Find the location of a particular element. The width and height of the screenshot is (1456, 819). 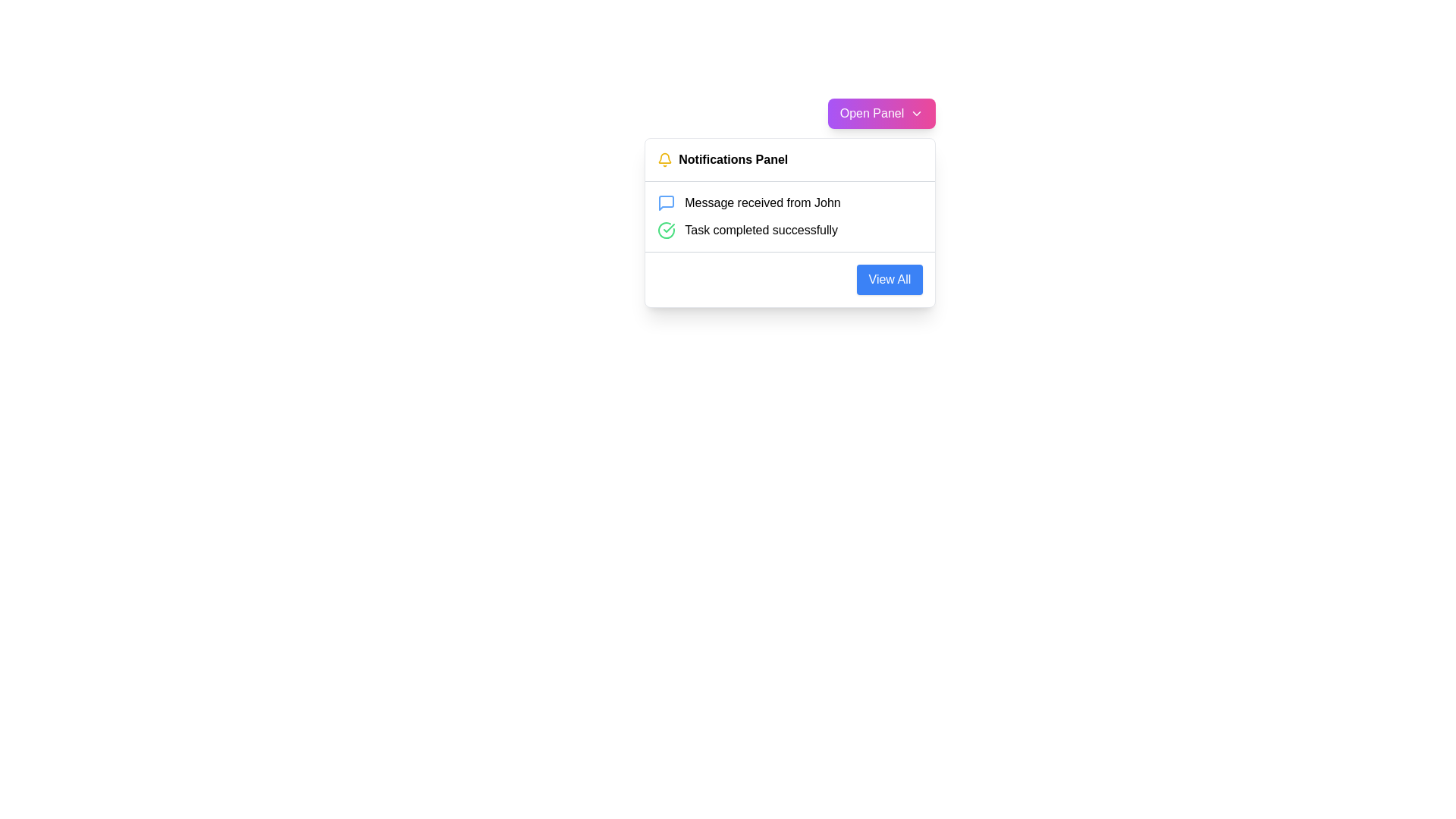

the text label that reads 'Task completed successfully' within the notifications interface, which indicates a completed task status is located at coordinates (761, 231).